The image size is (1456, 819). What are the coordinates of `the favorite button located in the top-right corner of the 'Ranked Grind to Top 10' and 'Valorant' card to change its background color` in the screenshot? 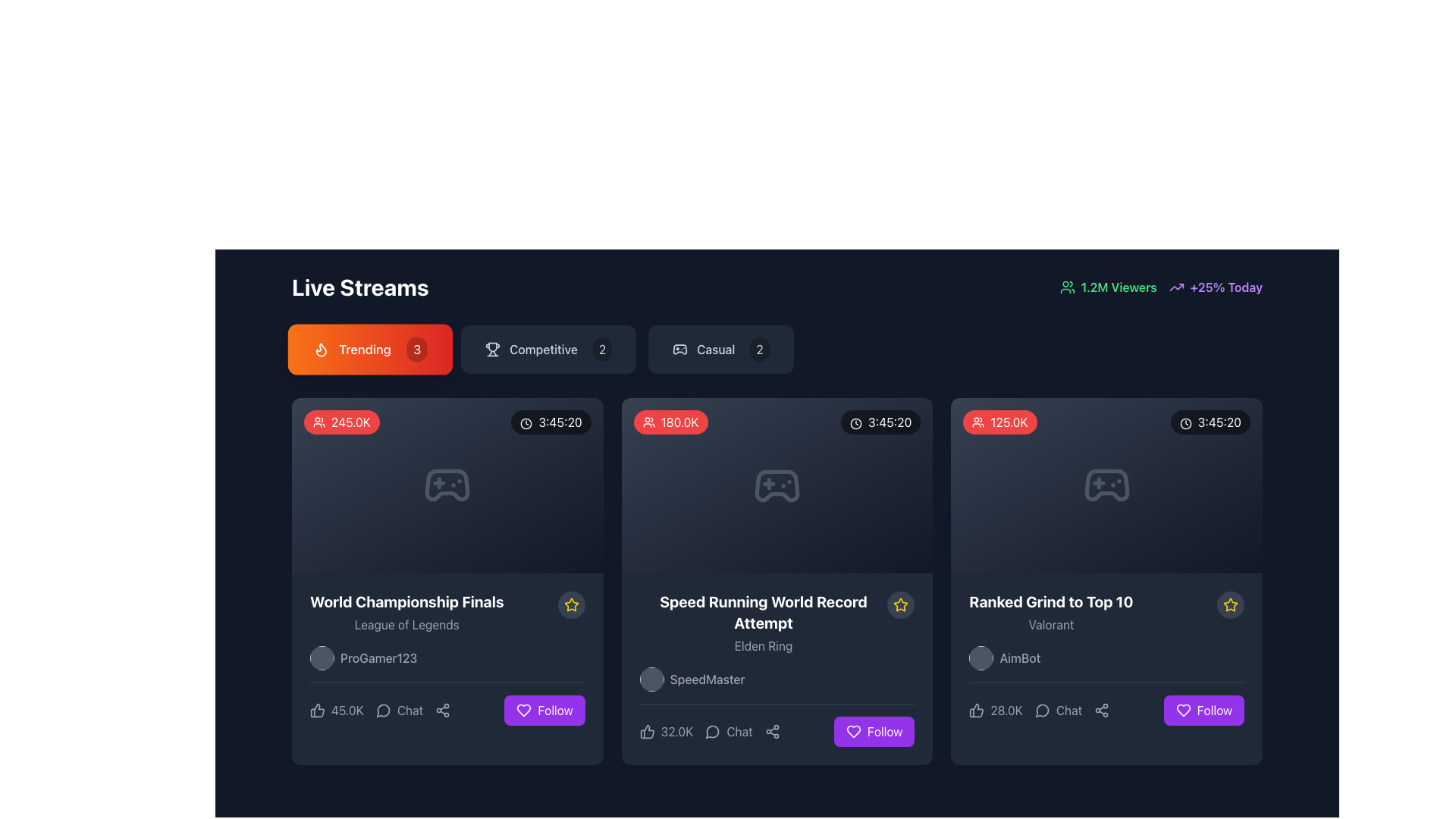 It's located at (1230, 604).